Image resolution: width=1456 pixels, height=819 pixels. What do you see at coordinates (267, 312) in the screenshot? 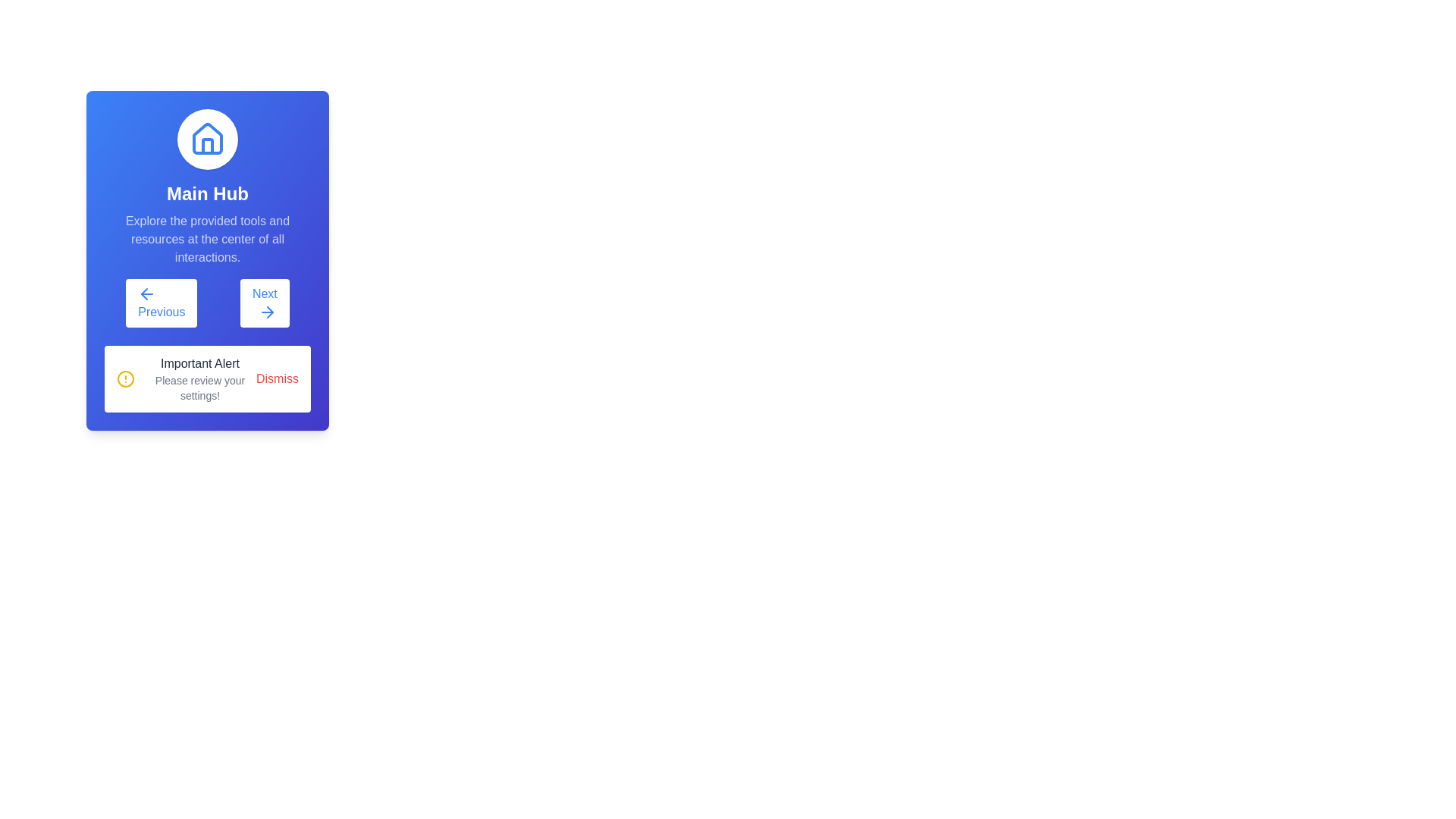
I see `the navigation icon located within the 'Next' button, which is positioned in the second row beneath the header text` at bounding box center [267, 312].